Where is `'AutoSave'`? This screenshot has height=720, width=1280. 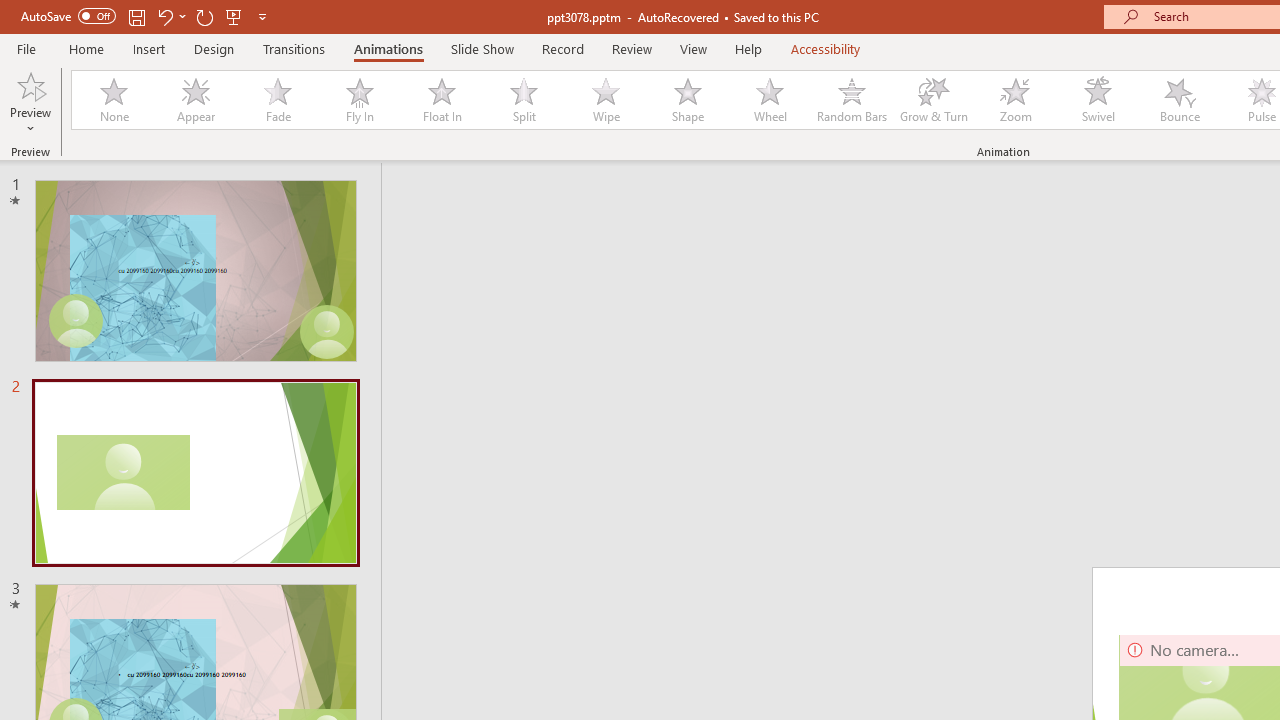 'AutoSave' is located at coordinates (68, 16).